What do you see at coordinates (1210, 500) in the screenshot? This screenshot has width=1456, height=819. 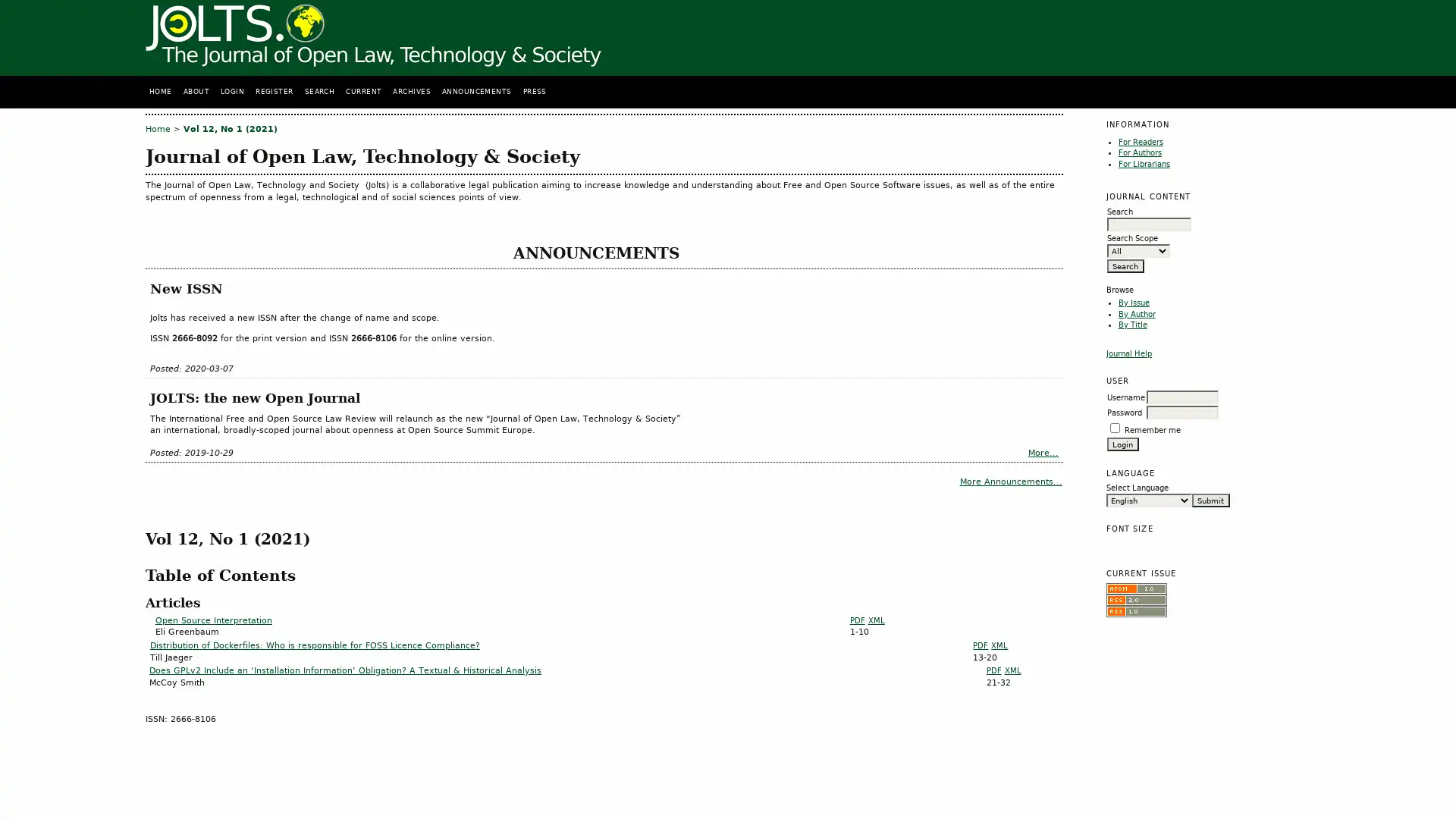 I see `Submit` at bounding box center [1210, 500].